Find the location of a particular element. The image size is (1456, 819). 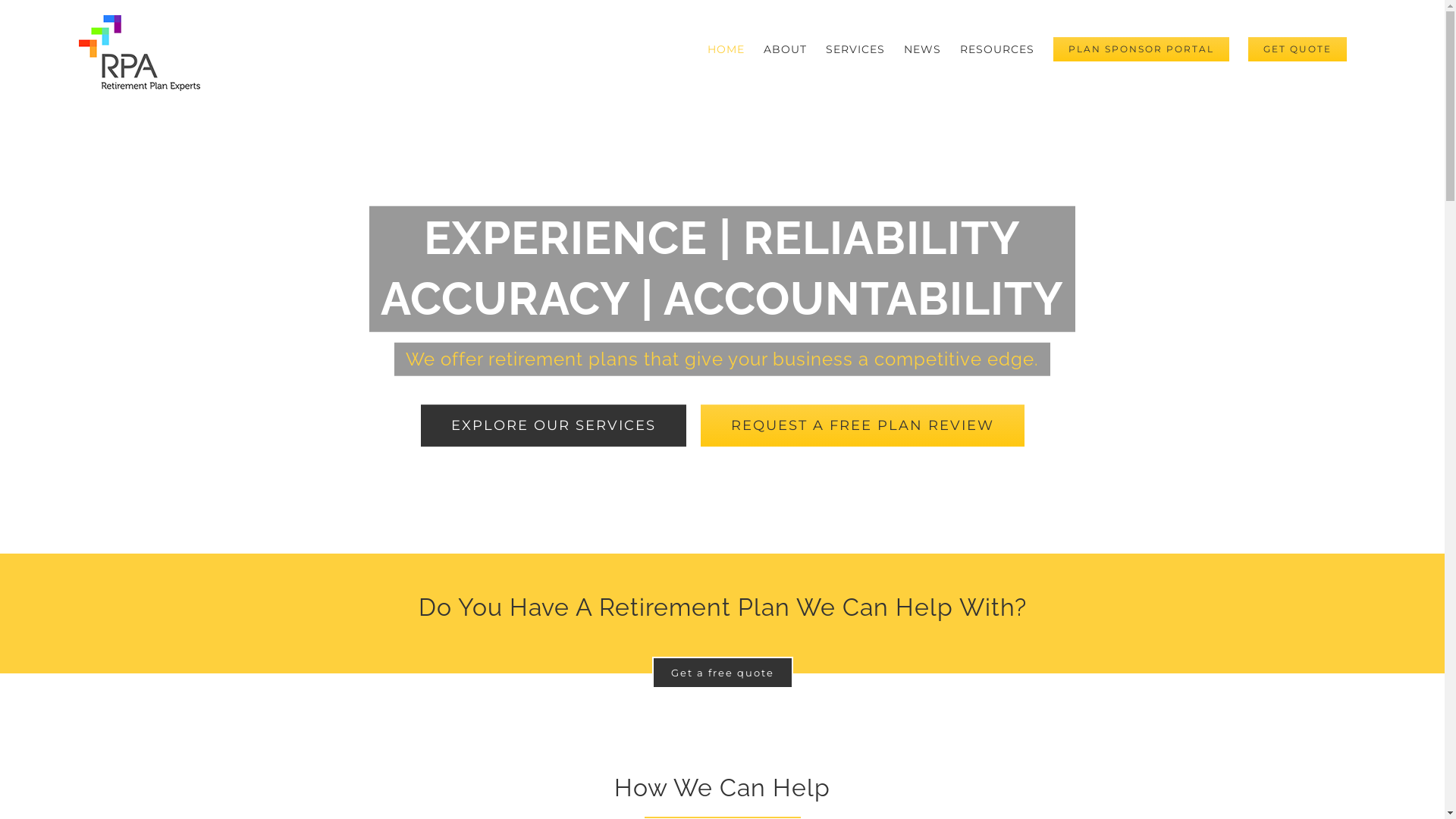

'HOME' is located at coordinates (725, 49).